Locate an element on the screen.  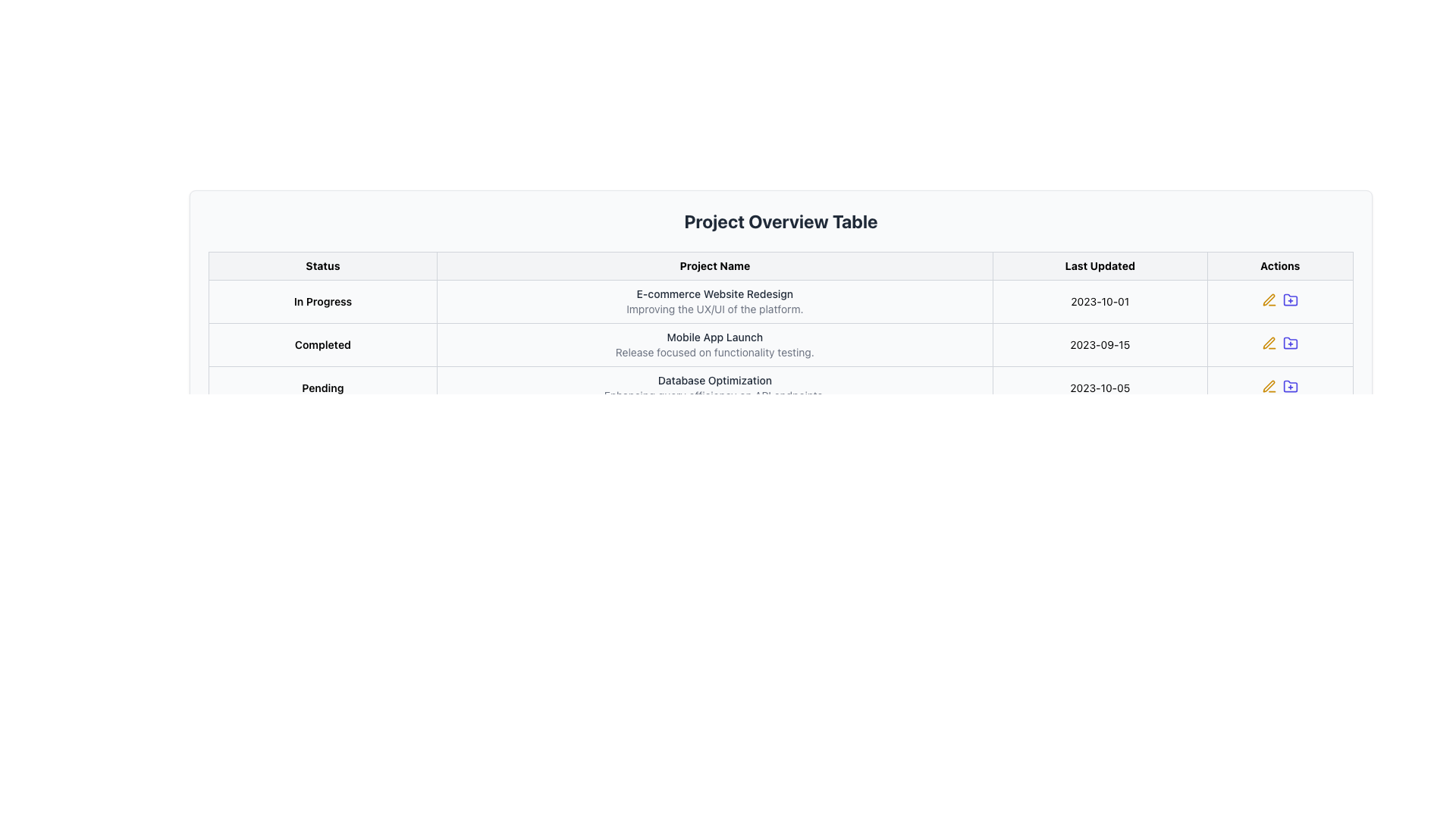
text contained in the 'Status' column for the row labeled 'E-commerce Website Redesign', which displays 'In Progress' is located at coordinates (322, 301).